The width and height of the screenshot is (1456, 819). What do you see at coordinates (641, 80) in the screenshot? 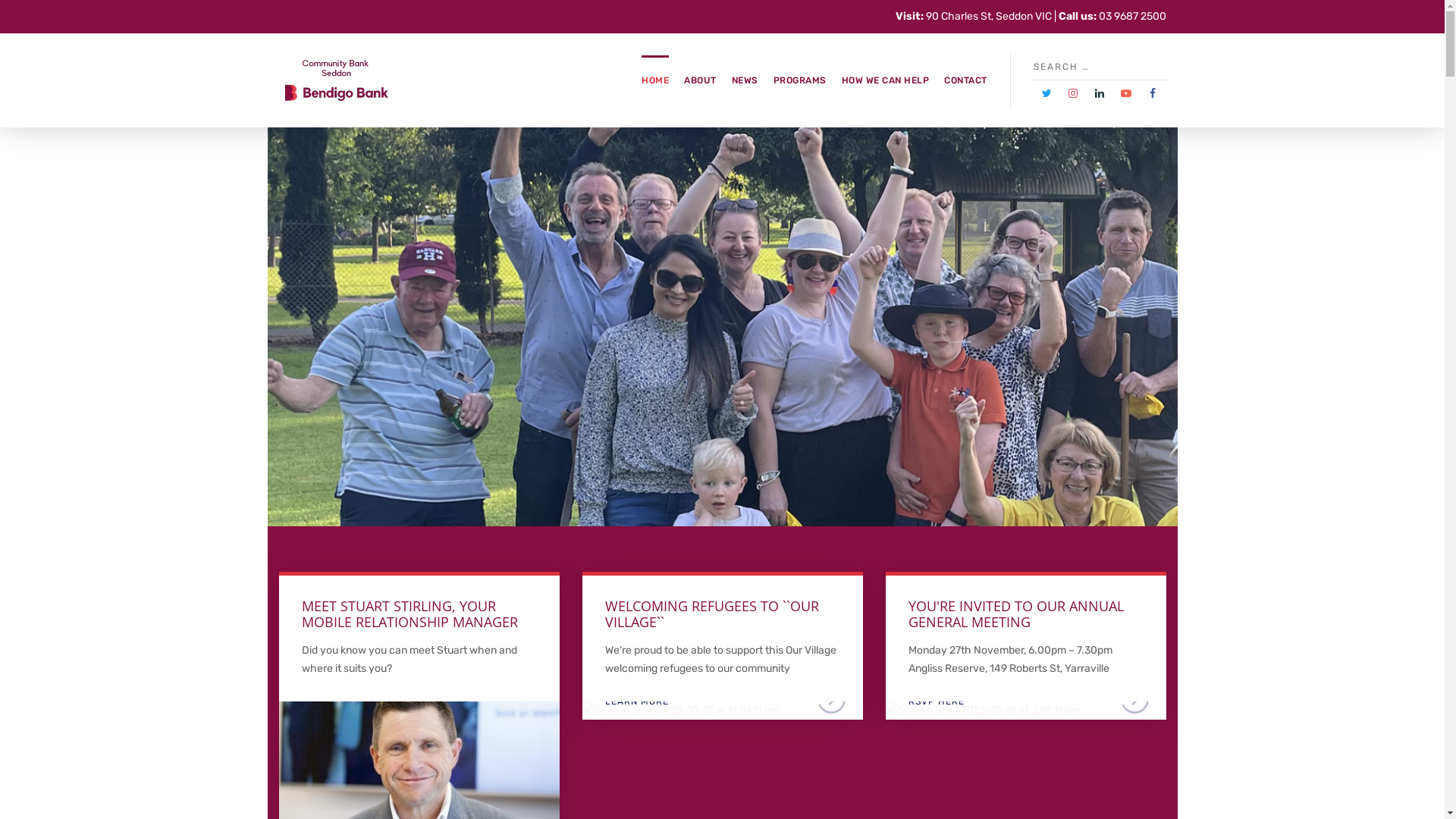
I see `'HOME'` at bounding box center [641, 80].